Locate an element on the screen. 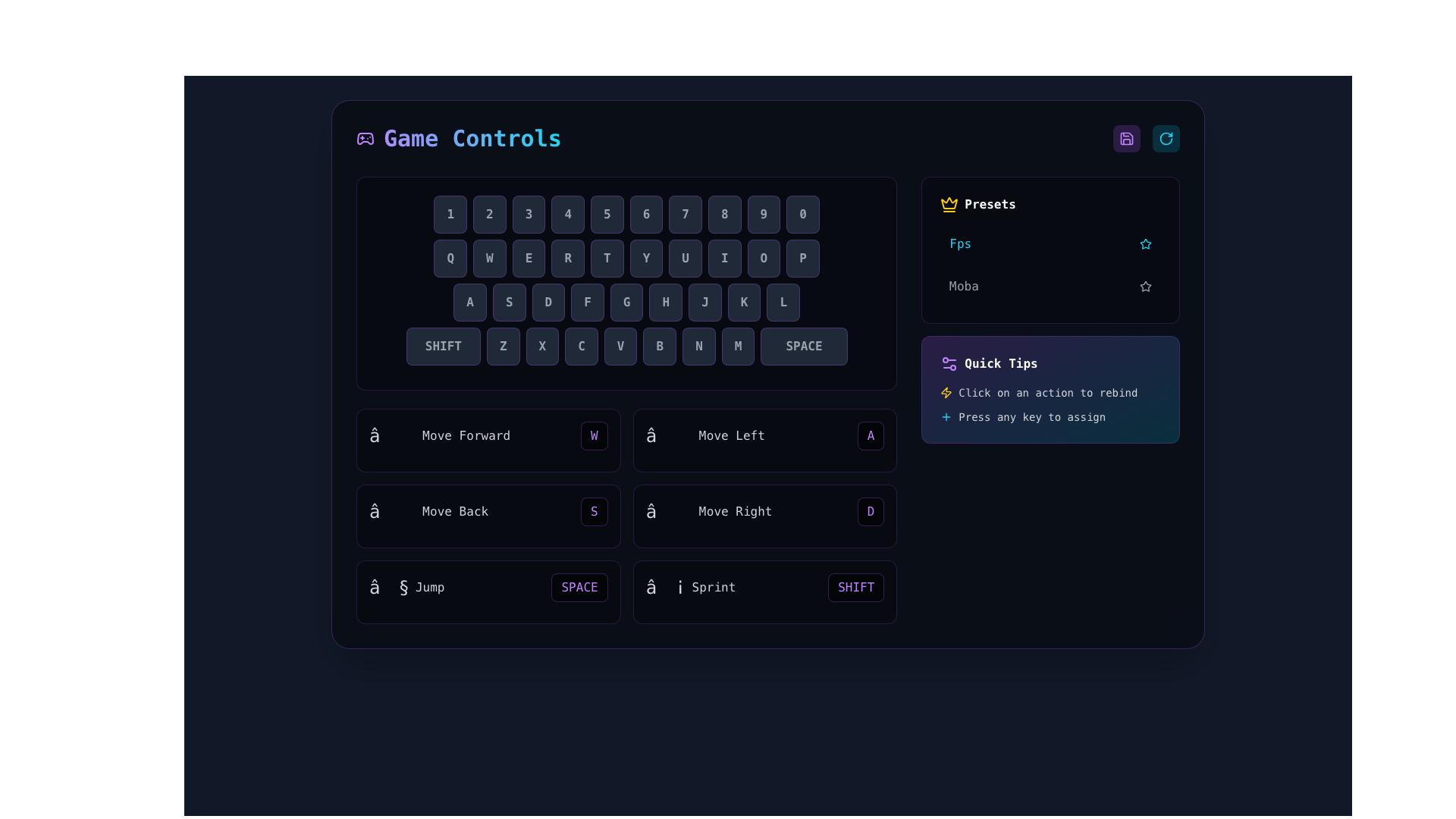  the visual state of the 'R' key button, which is the fourth button in a horizontal sequence of game control buttons is located at coordinates (567, 257).